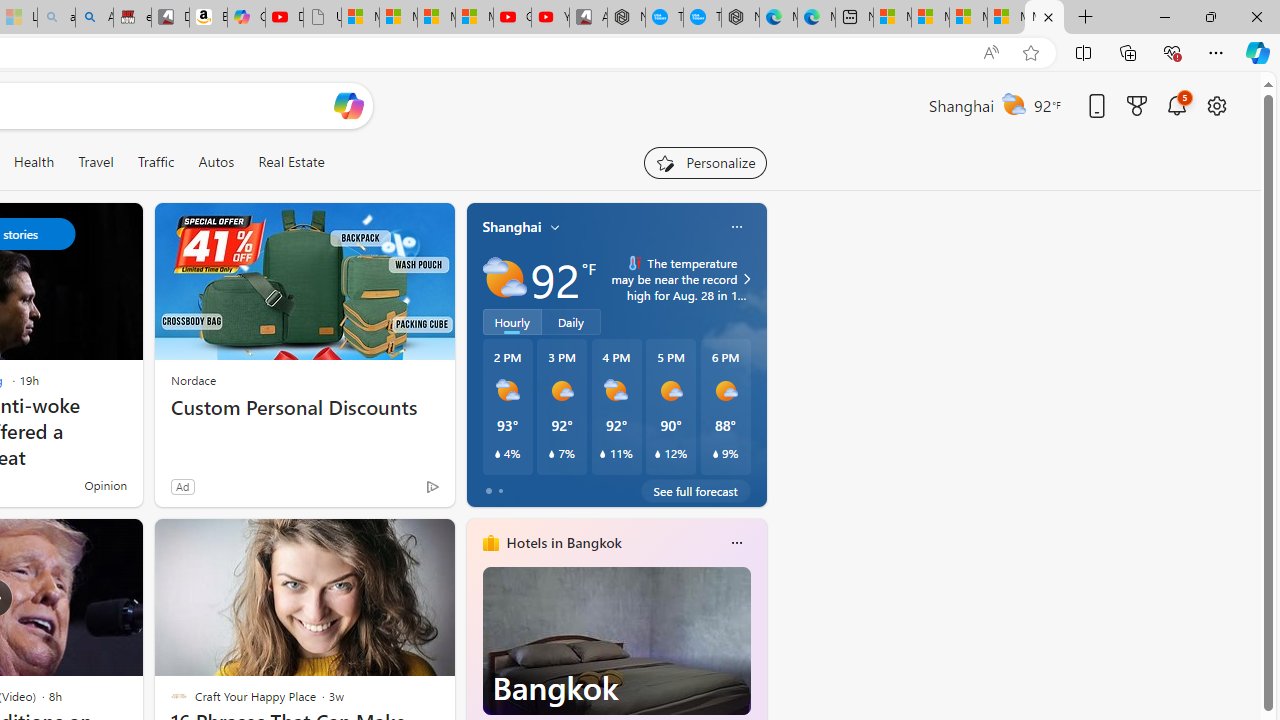  What do you see at coordinates (570, 320) in the screenshot?
I see `'Daily'` at bounding box center [570, 320].